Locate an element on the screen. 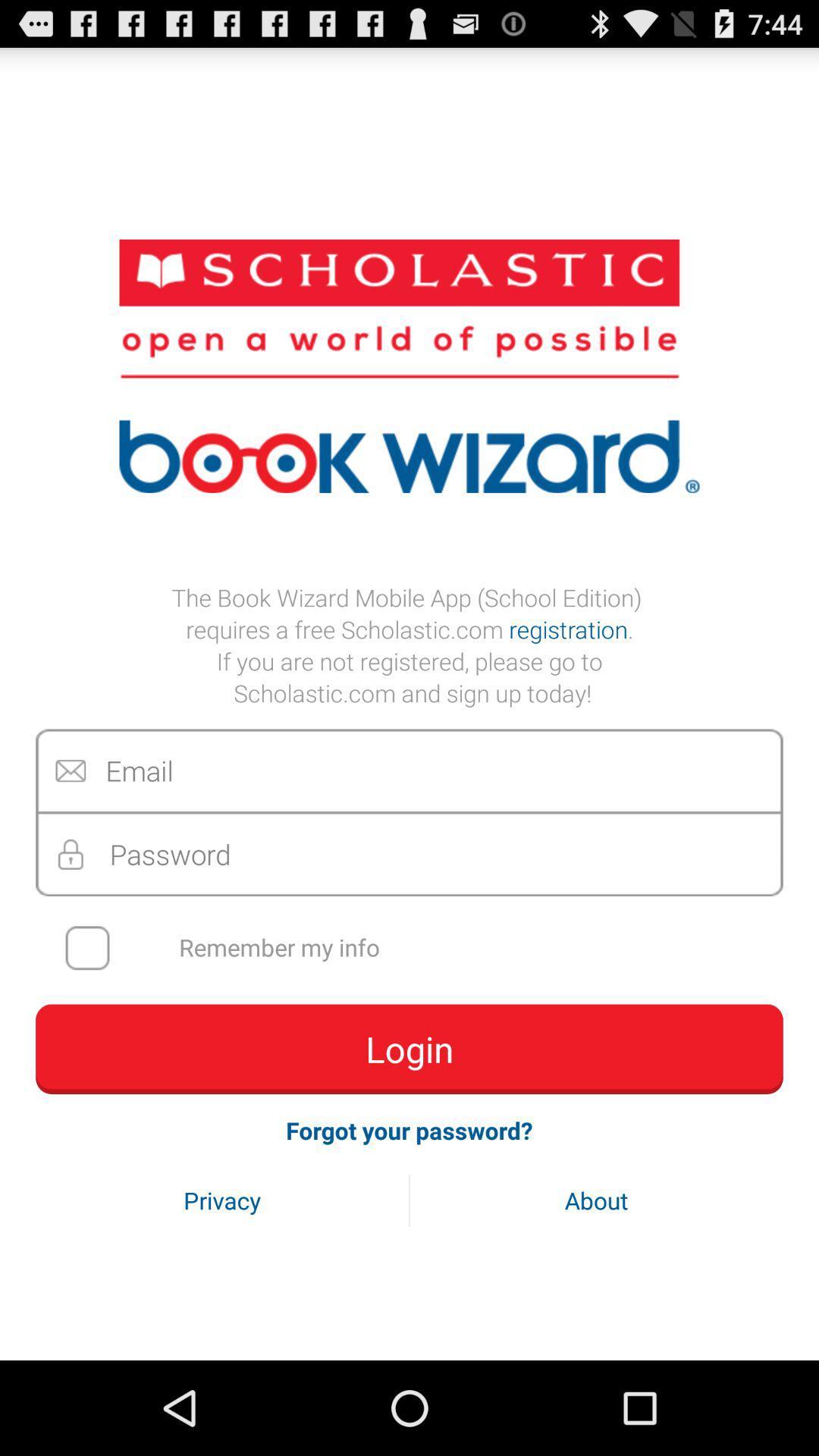 The height and width of the screenshot is (1456, 819). login item is located at coordinates (409, 1048).